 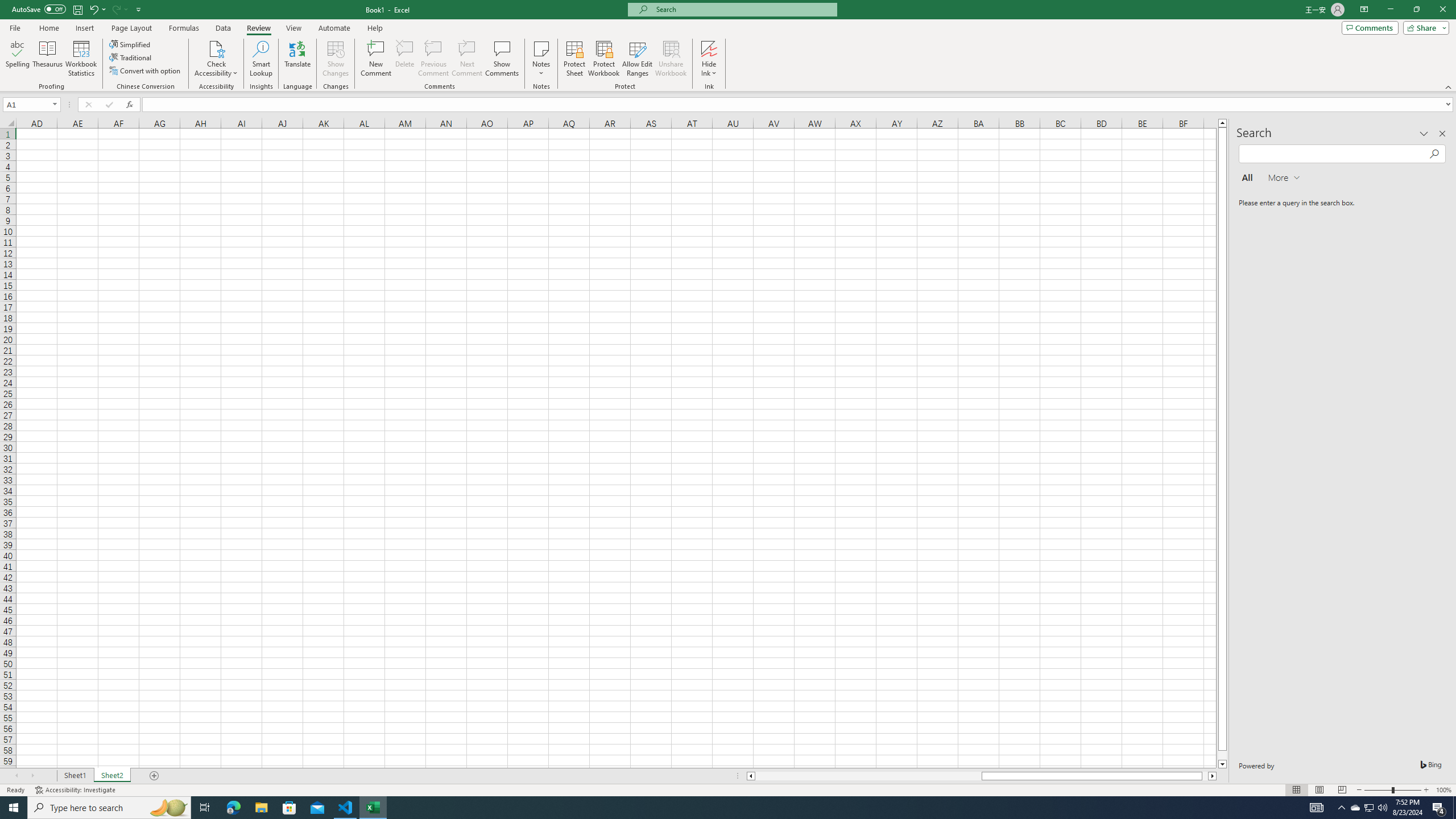 I want to click on 'Workbook Statistics', so click(x=81, y=59).